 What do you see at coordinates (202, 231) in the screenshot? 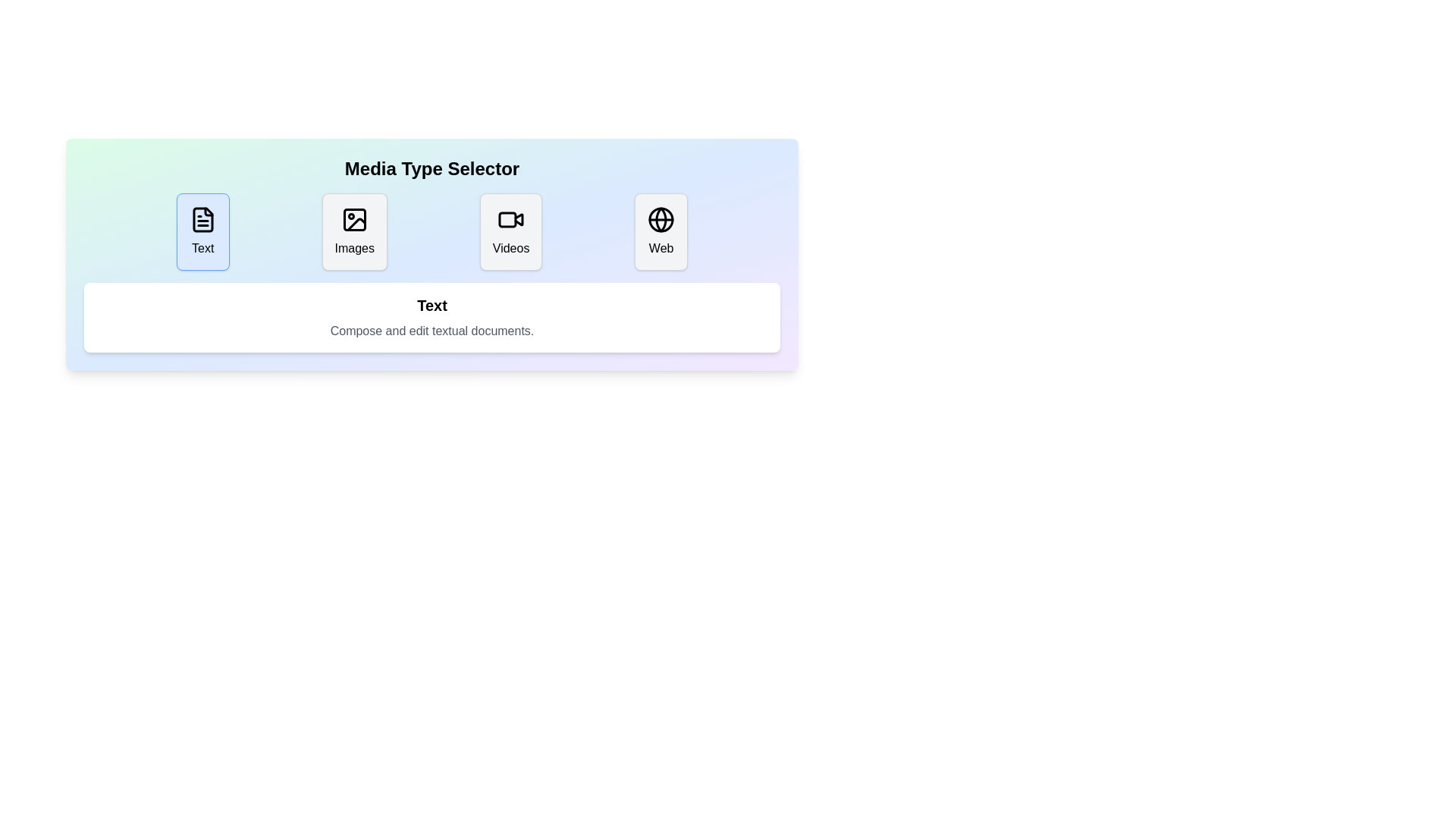
I see `the 'Text' button with a light blue background and dark border under the 'Media Type Selector' heading` at bounding box center [202, 231].